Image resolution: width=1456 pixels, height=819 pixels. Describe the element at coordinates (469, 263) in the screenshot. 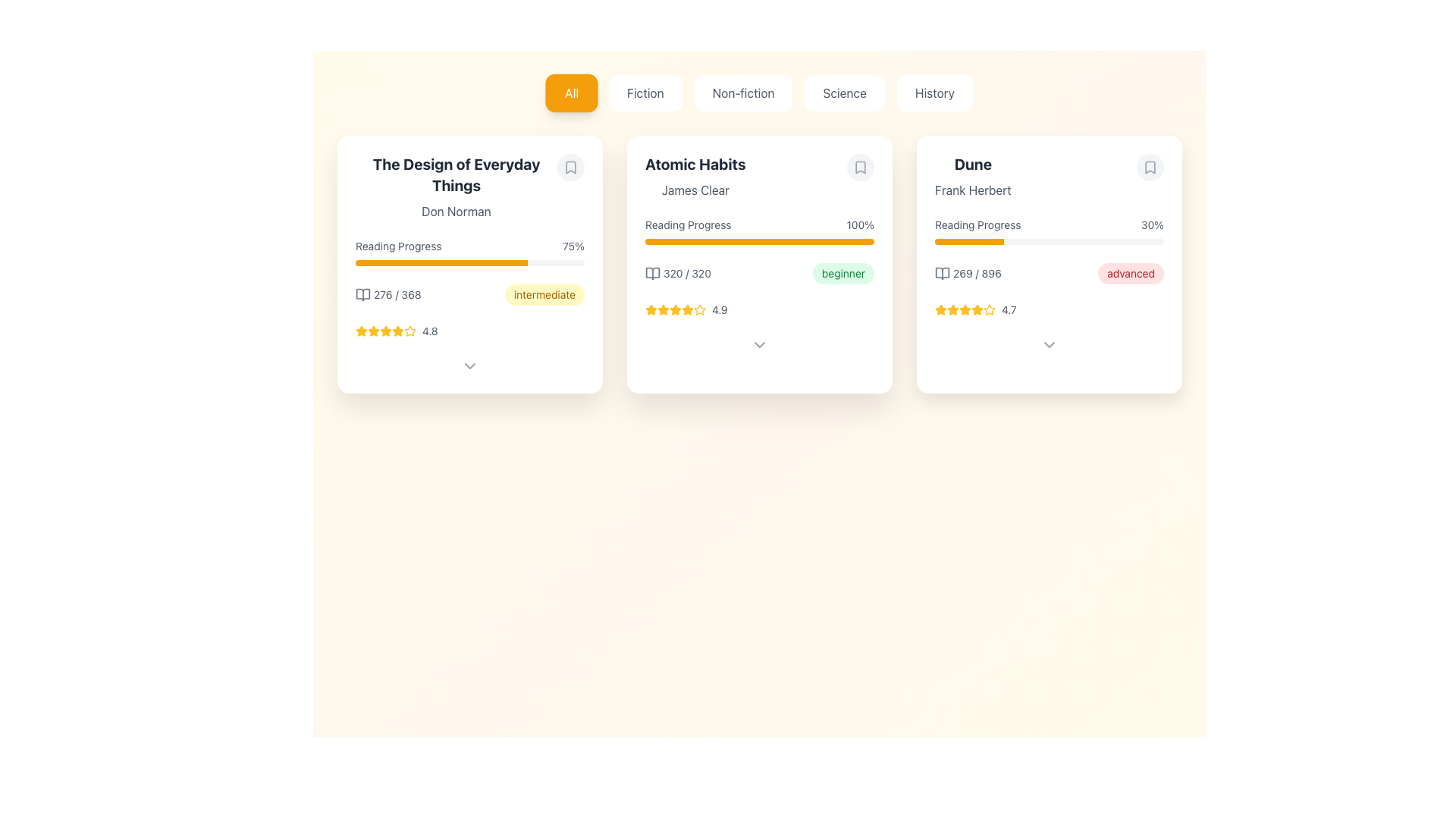

I see `the progress bar on the information card for the book 'The Design of Everyday Things' by Don Norman, which is located at the top-left corner of the grid layout` at that location.